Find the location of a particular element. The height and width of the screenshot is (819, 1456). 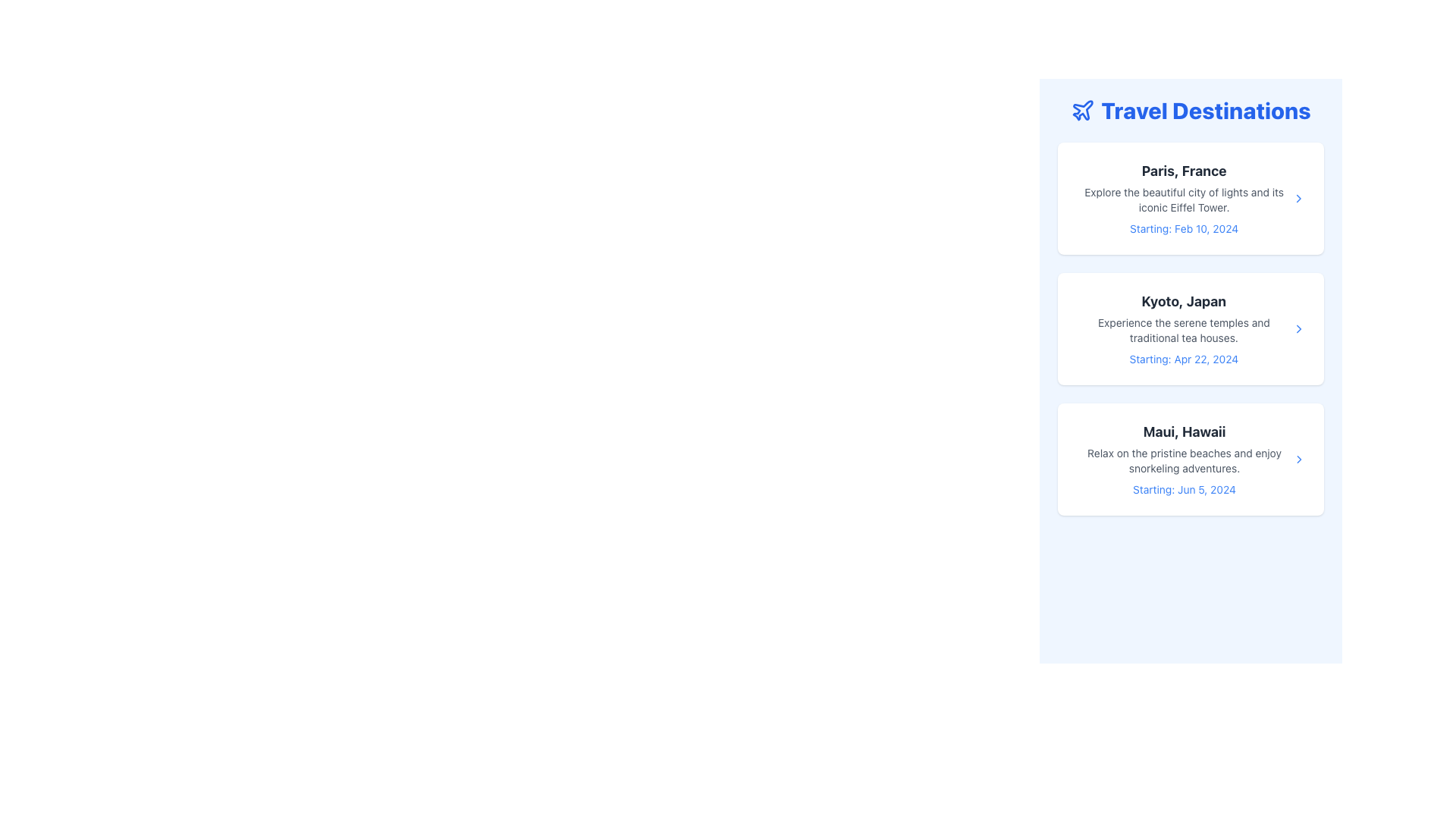

the right-facing chevron icon styled in blue located in the lower part of the card for 'Maui, Hawaii', which is the third icon from the top is located at coordinates (1298, 458).